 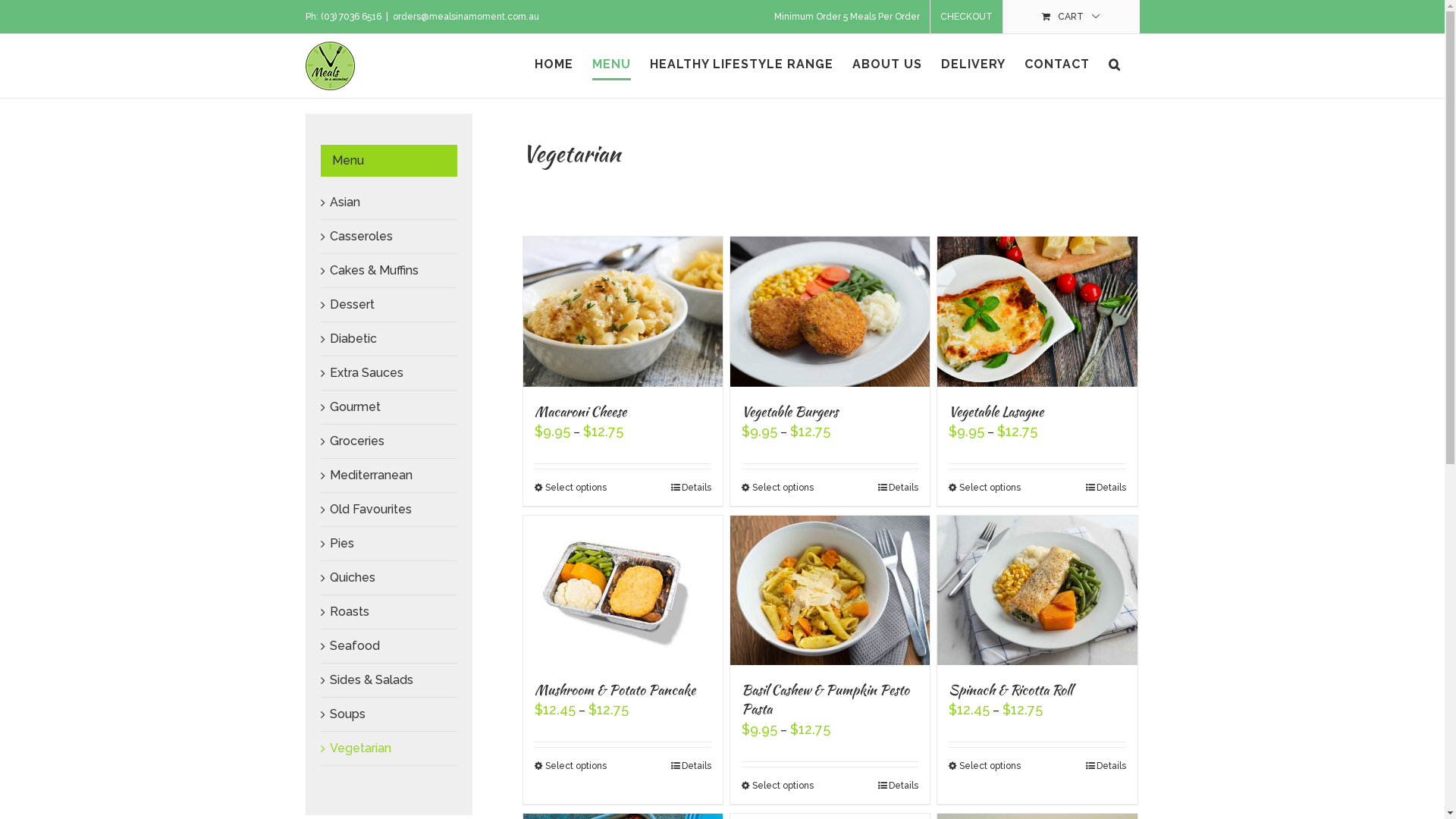 What do you see at coordinates (328, 577) in the screenshot?
I see `'Quiches'` at bounding box center [328, 577].